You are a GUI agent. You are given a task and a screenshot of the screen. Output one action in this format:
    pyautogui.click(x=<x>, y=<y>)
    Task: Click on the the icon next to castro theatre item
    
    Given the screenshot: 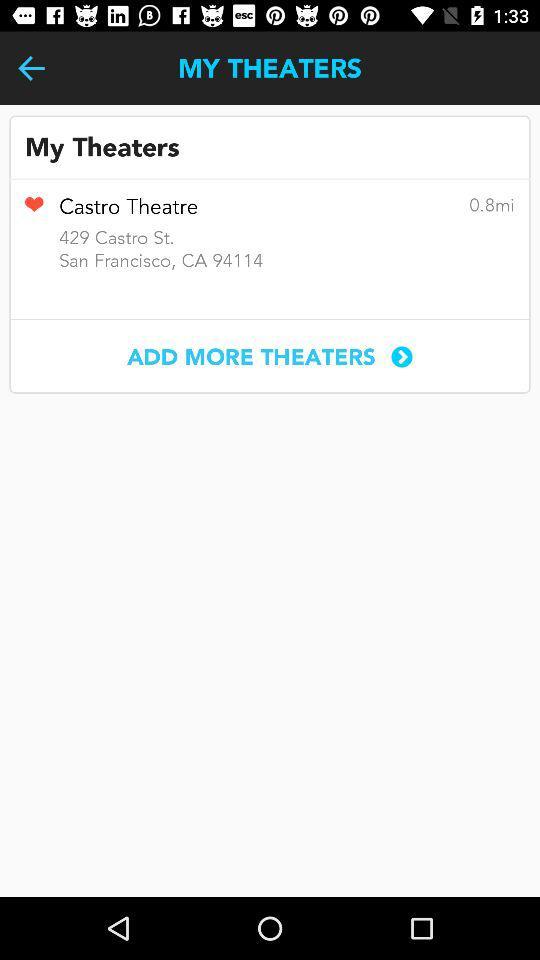 What is the action you would take?
    pyautogui.click(x=33, y=211)
    